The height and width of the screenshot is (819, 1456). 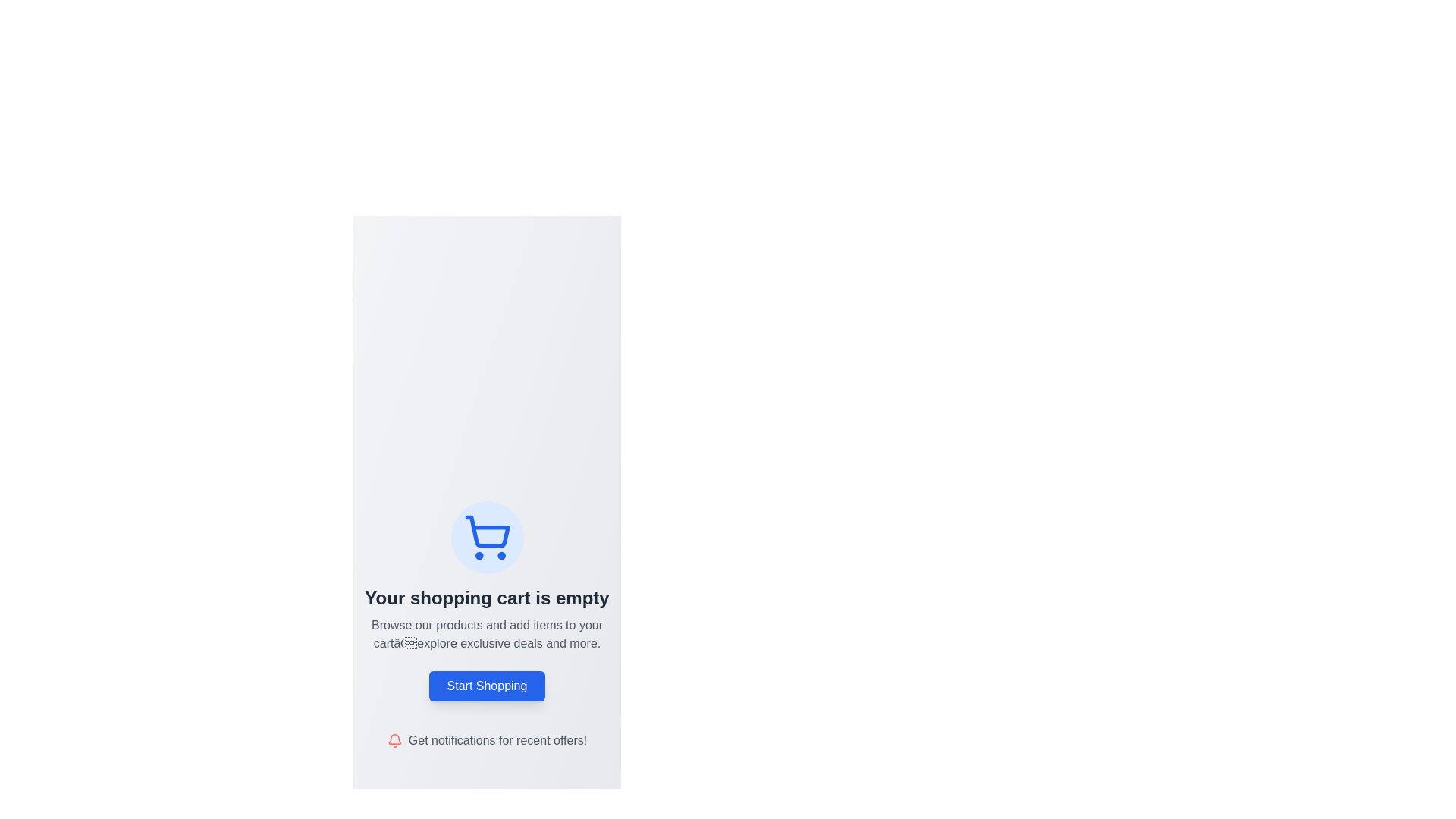 I want to click on the descriptive text that reads 'Browse our products and add items to your cart—explore exclusive deals and more.' located centrally on the shopping cart page, between the header and the 'Start Shopping' button, so click(x=487, y=635).